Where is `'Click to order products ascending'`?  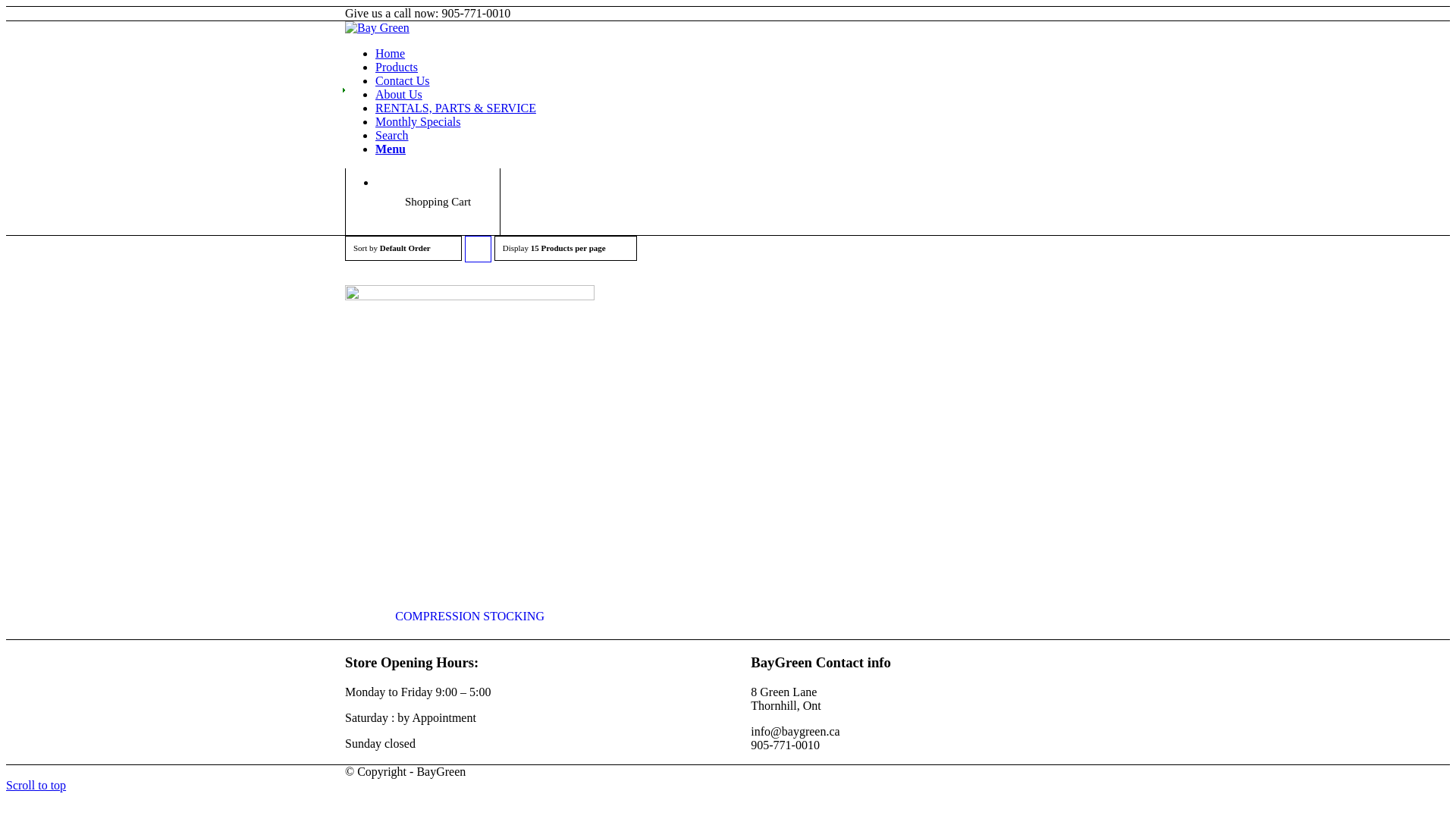
'Click to order products ascending' is located at coordinates (464, 248).